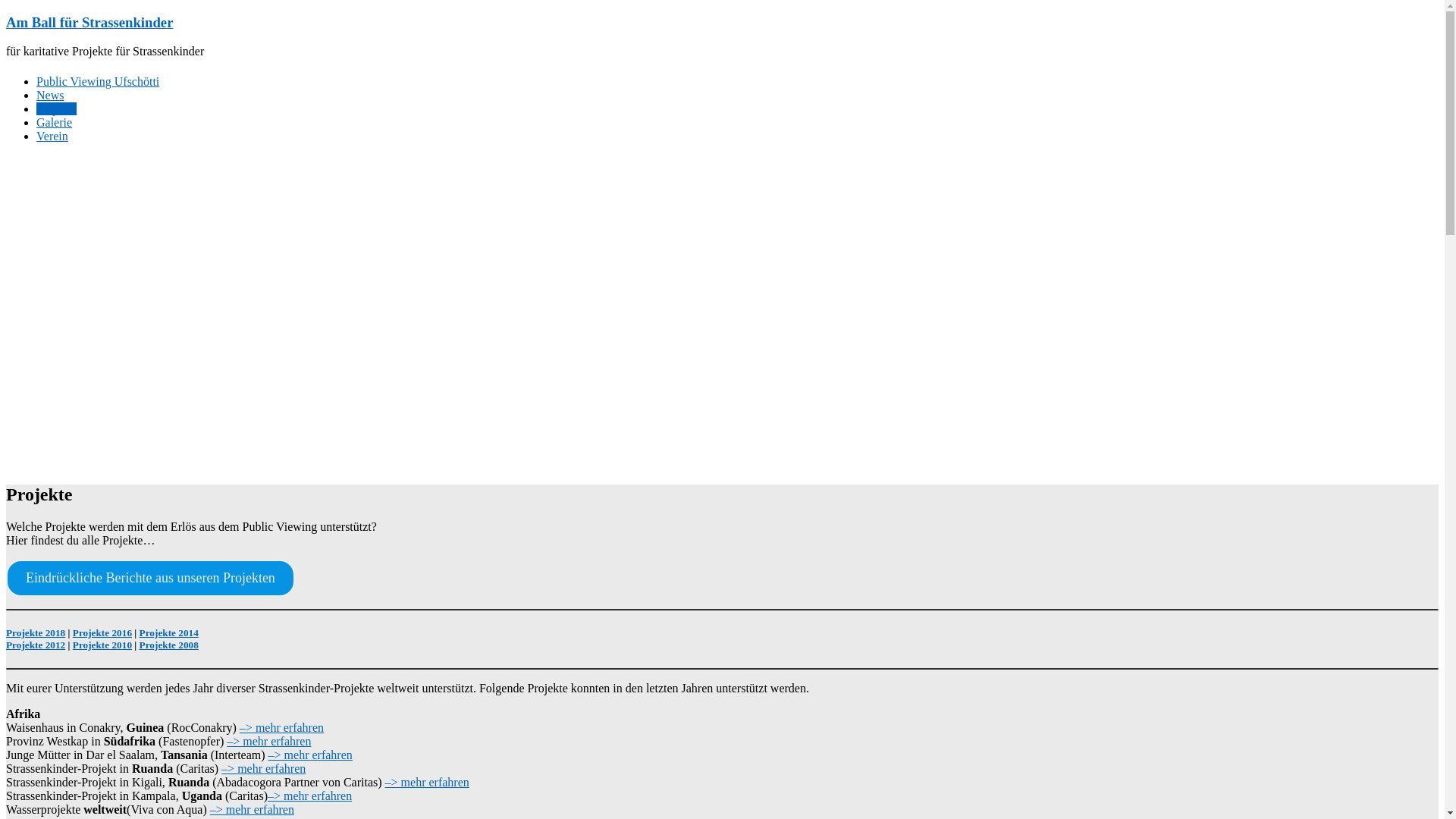 This screenshot has height=819, width=1456. I want to click on 'Projekte 2018', so click(36, 632).